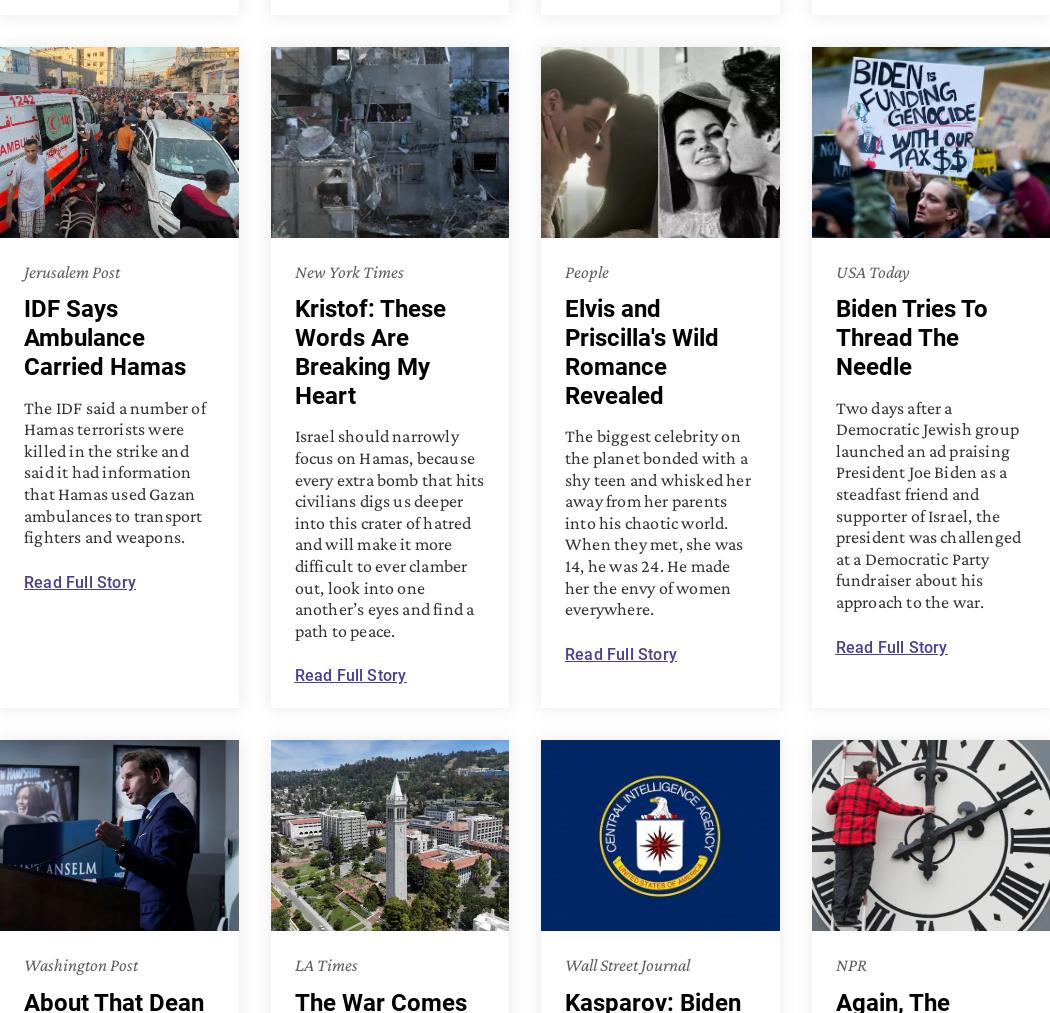  Describe the element at coordinates (113, 470) in the screenshot. I see `'The IDF said a number of Hamas terrorists were killed in the strike and said it had information that Hamas used Gazan ambulances to transport fighters and weapons.'` at that location.